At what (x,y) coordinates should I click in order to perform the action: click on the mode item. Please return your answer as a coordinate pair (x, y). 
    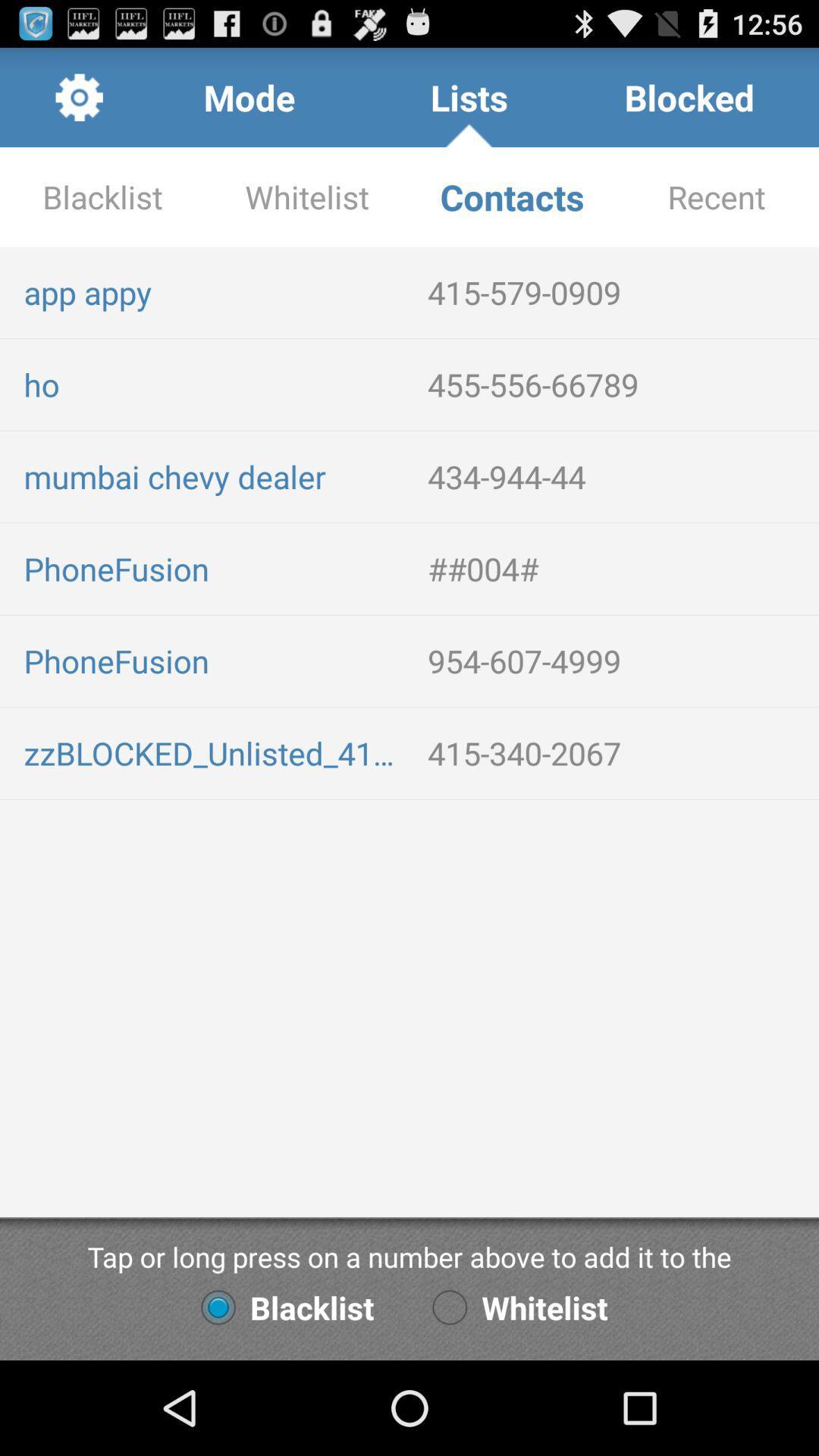
    Looking at the image, I should click on (248, 96).